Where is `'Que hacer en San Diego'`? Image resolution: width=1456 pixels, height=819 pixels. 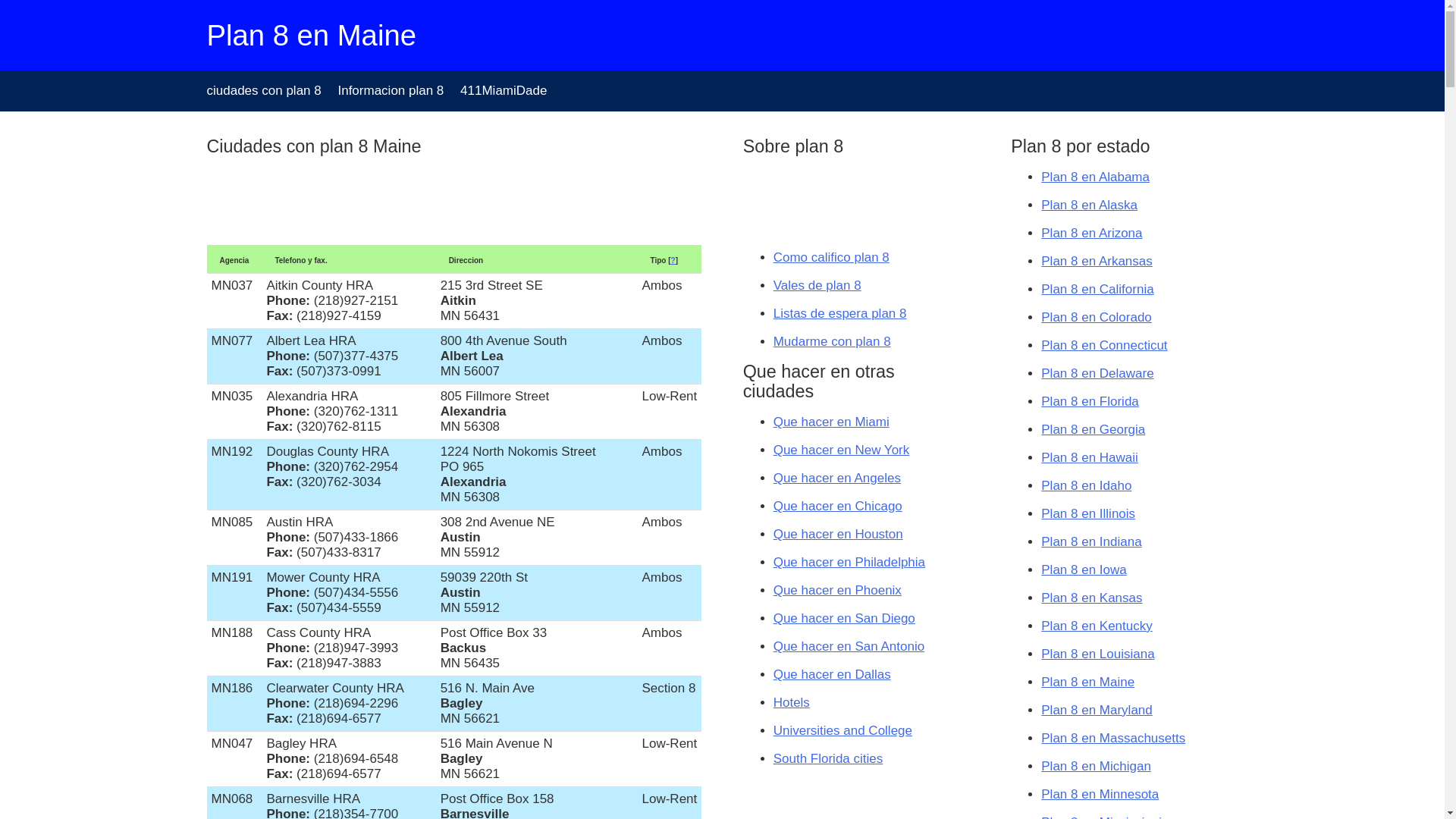
'Que hacer en San Diego' is located at coordinates (843, 618).